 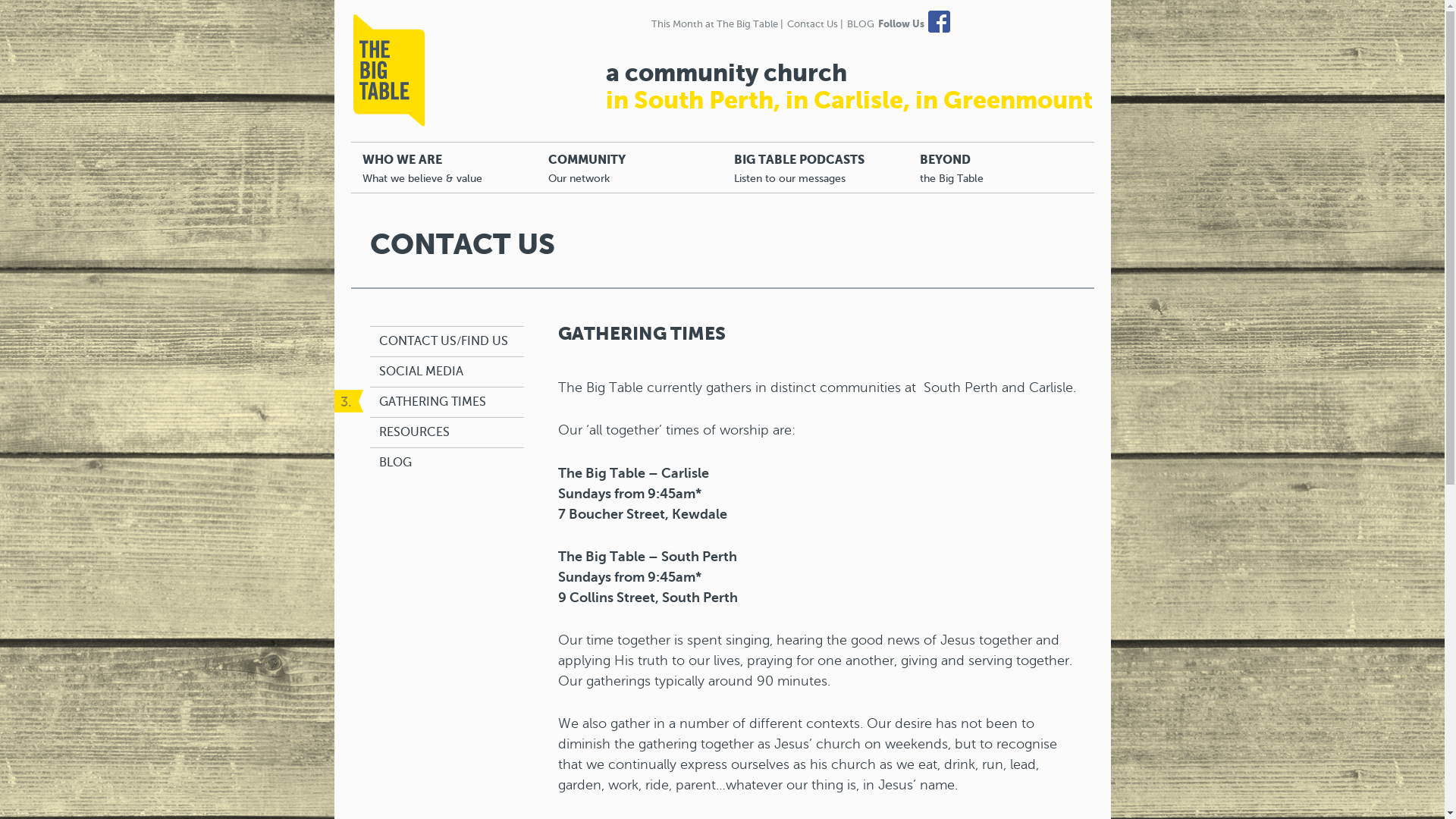 I want to click on 'Skip to primary content', so click(x=422, y=149).